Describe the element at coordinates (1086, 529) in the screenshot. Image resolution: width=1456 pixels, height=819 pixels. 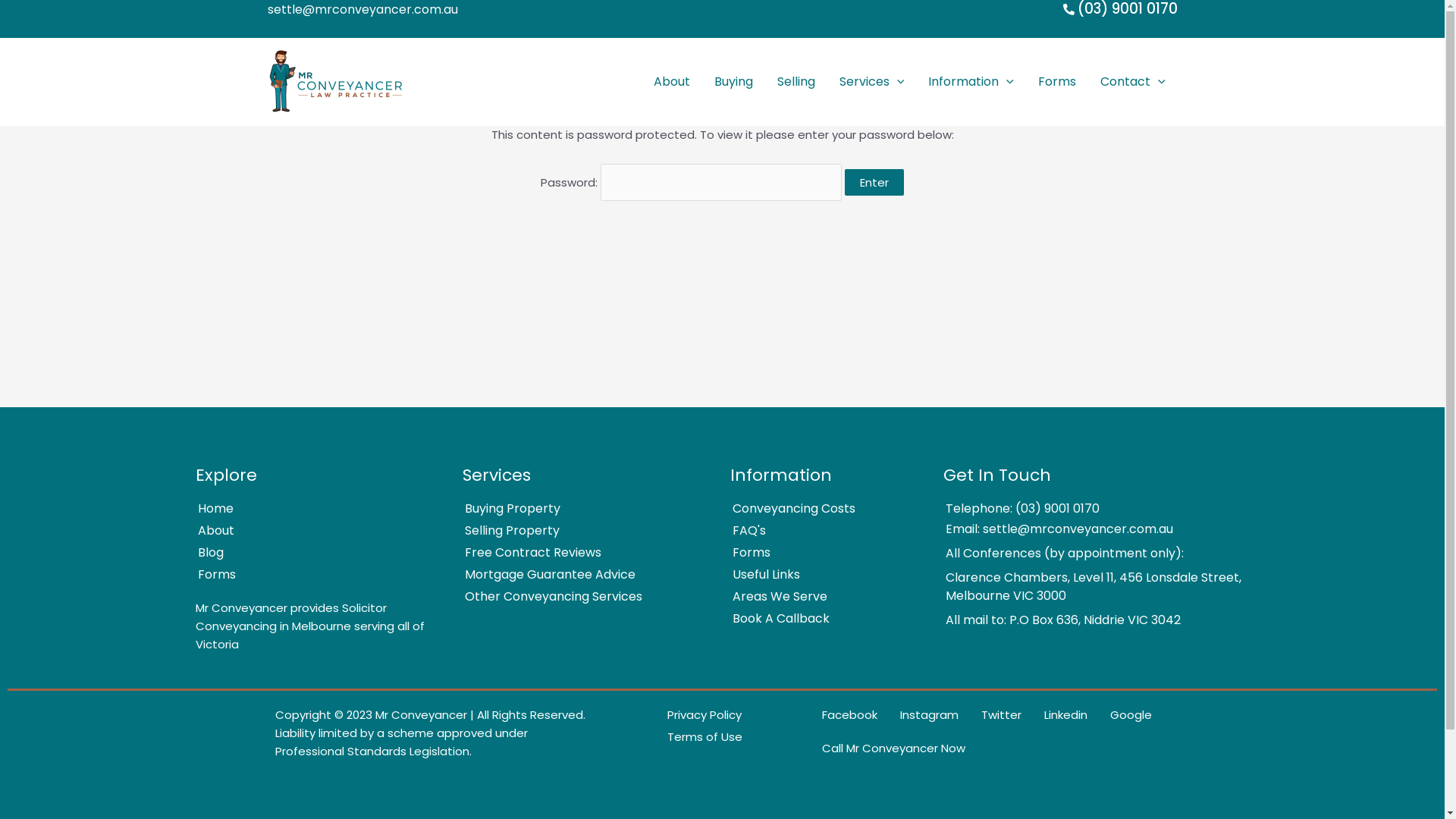
I see `'Email: settle@mrconveyancer.com.au'` at that location.